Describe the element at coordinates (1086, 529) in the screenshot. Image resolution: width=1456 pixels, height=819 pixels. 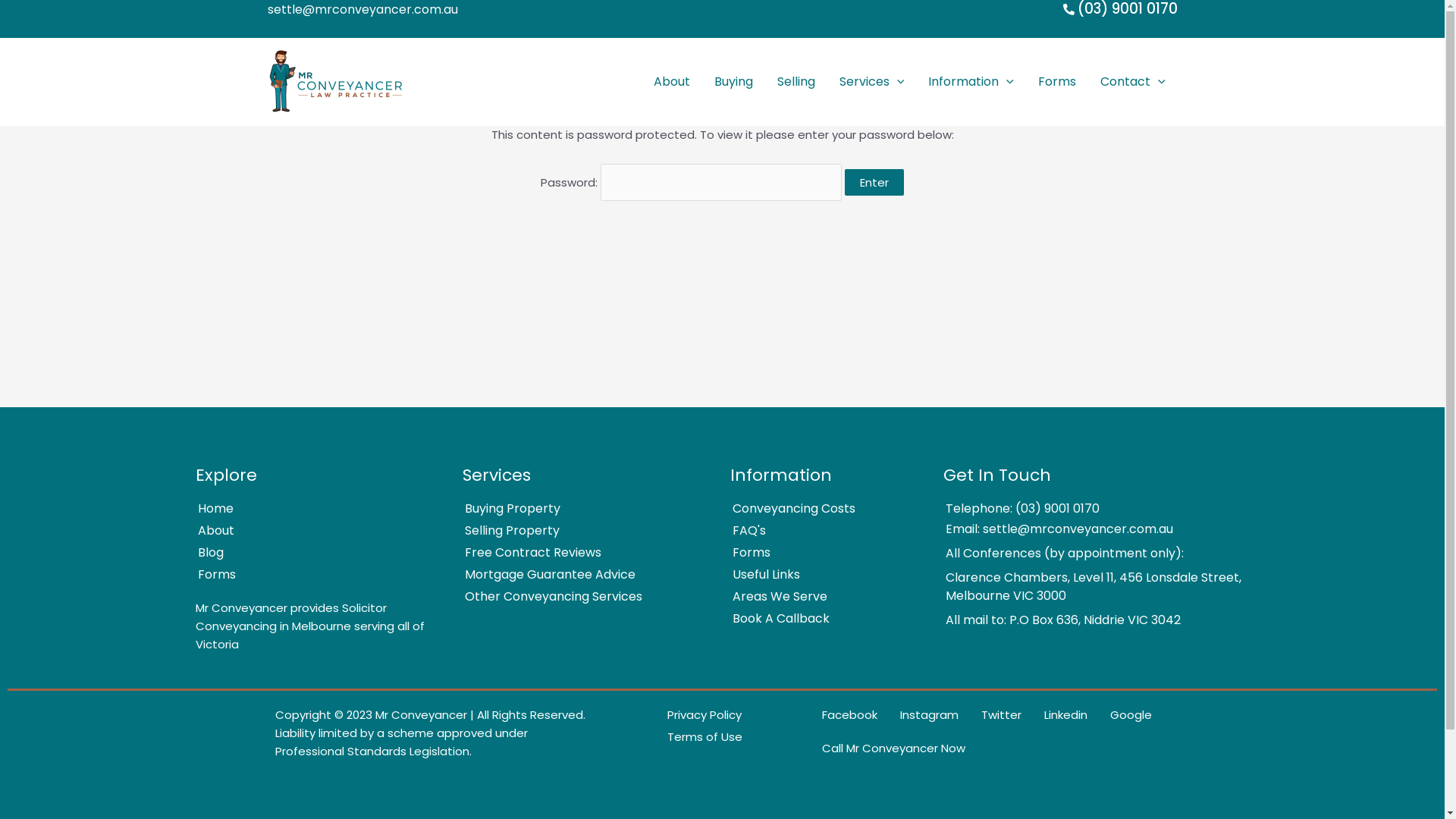
I see `'Email: settle@mrconveyancer.com.au'` at that location.